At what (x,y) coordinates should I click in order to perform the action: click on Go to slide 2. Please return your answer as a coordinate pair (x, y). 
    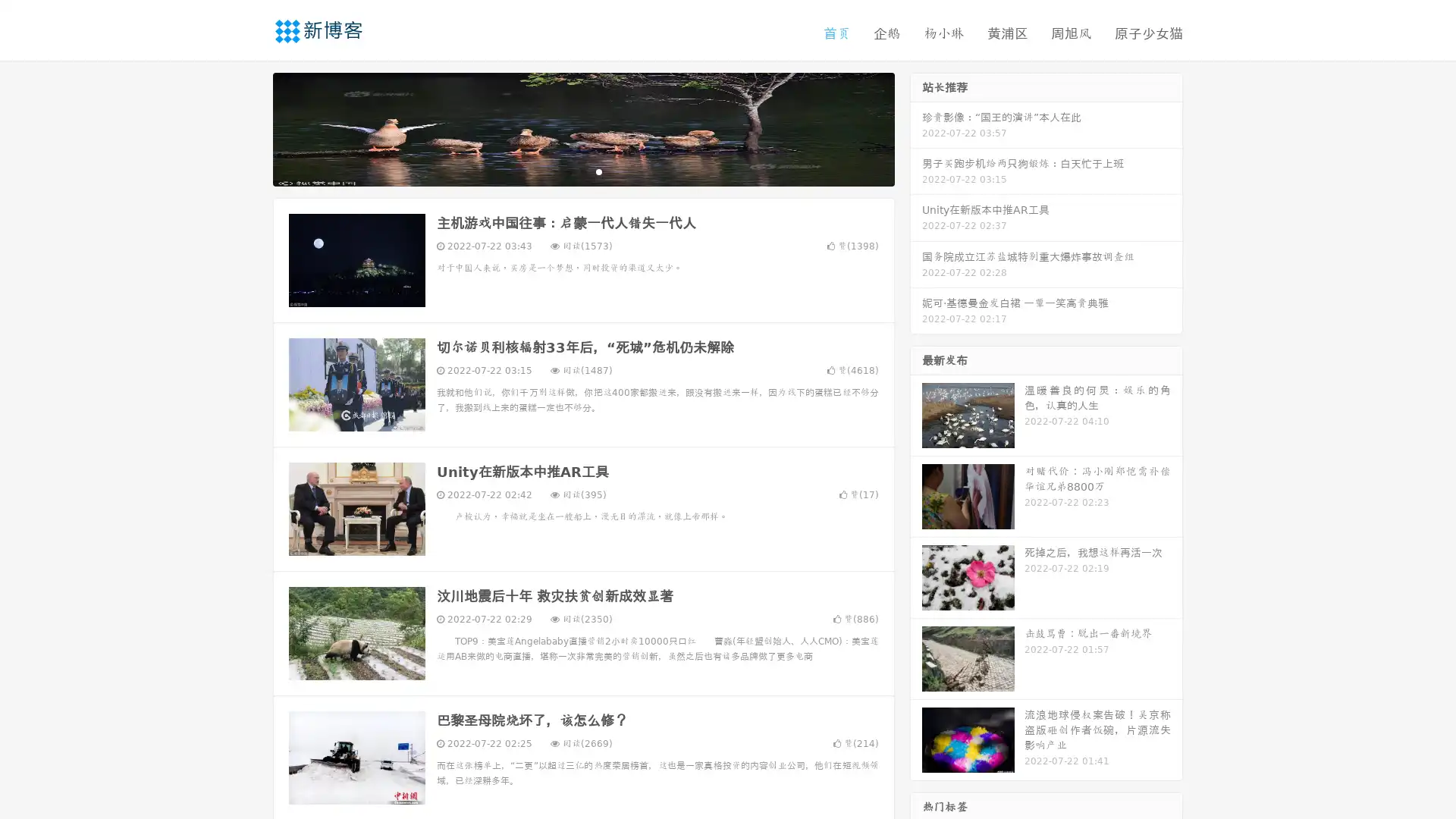
    Looking at the image, I should click on (582, 171).